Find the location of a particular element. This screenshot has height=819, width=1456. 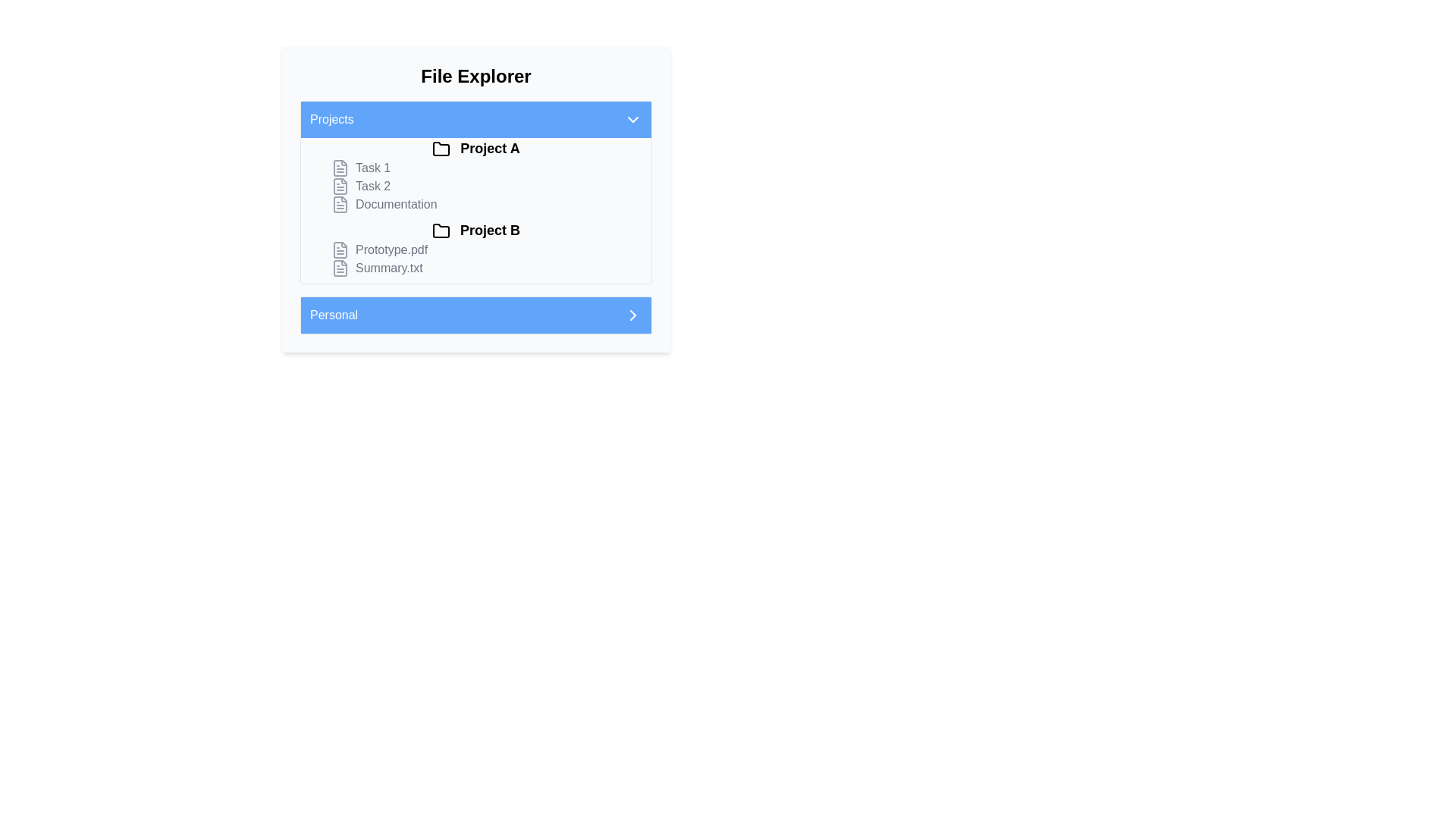

the SVG icon representing the file type associated with the 'Task 2' label located is located at coordinates (340, 186).